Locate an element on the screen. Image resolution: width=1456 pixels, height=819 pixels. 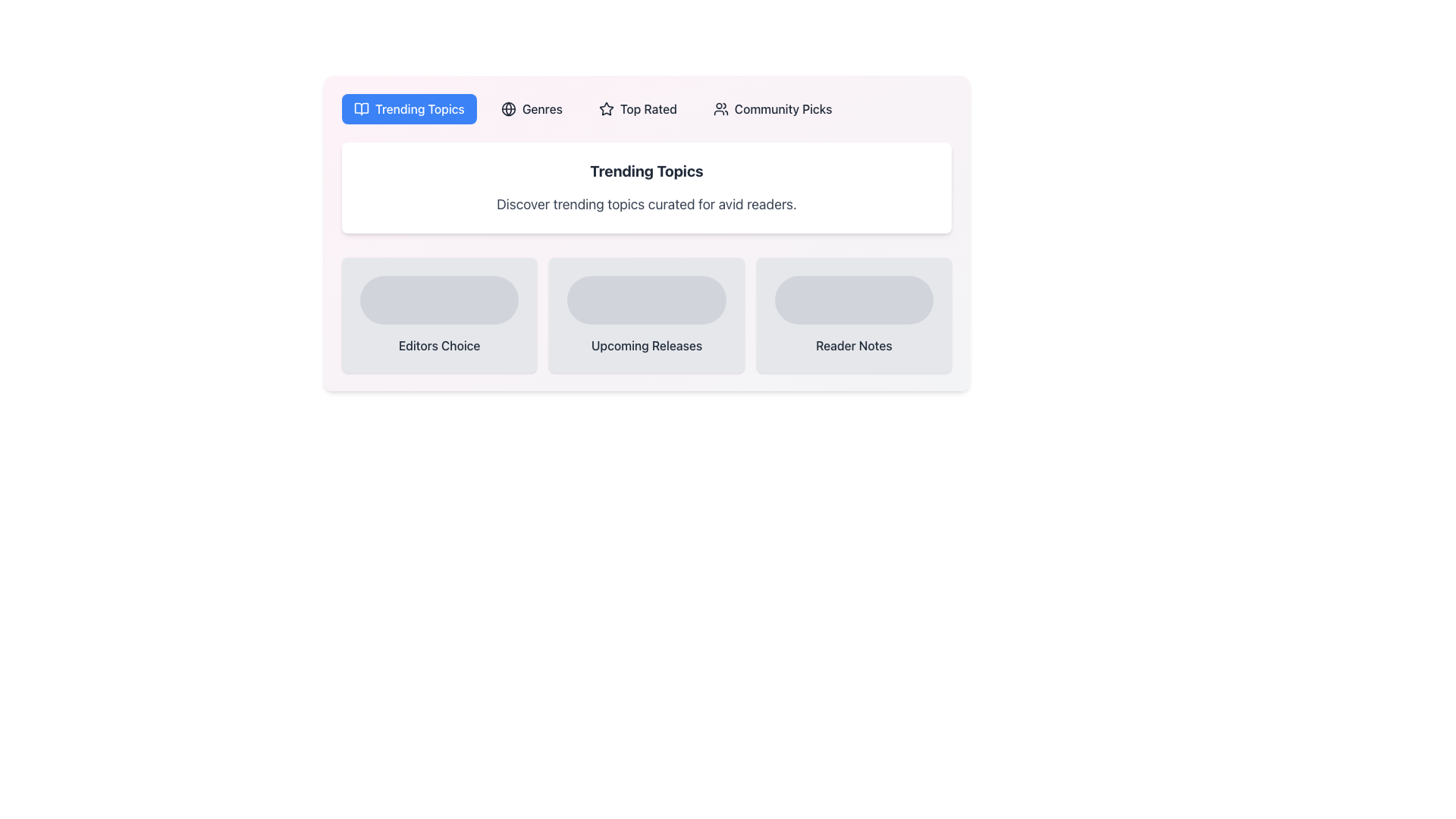
the Decorative element (possibly a placeholder) that enhances the design of the 'Editors Choice' card, located centrally within it is located at coordinates (438, 300).